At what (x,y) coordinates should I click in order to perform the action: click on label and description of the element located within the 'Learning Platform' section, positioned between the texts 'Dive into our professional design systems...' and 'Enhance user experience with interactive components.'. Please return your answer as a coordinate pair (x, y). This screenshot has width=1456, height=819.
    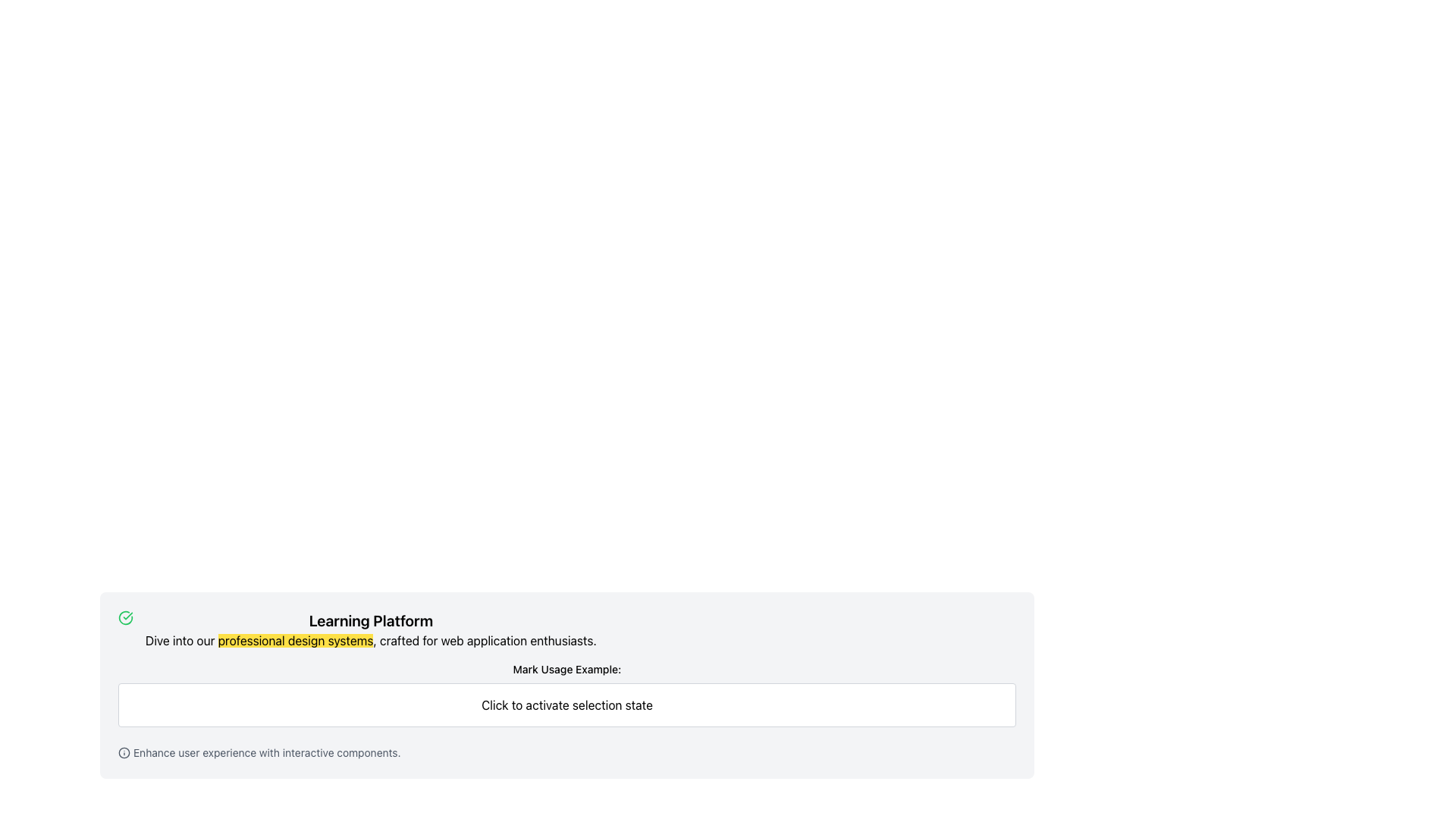
    Looking at the image, I should click on (566, 694).